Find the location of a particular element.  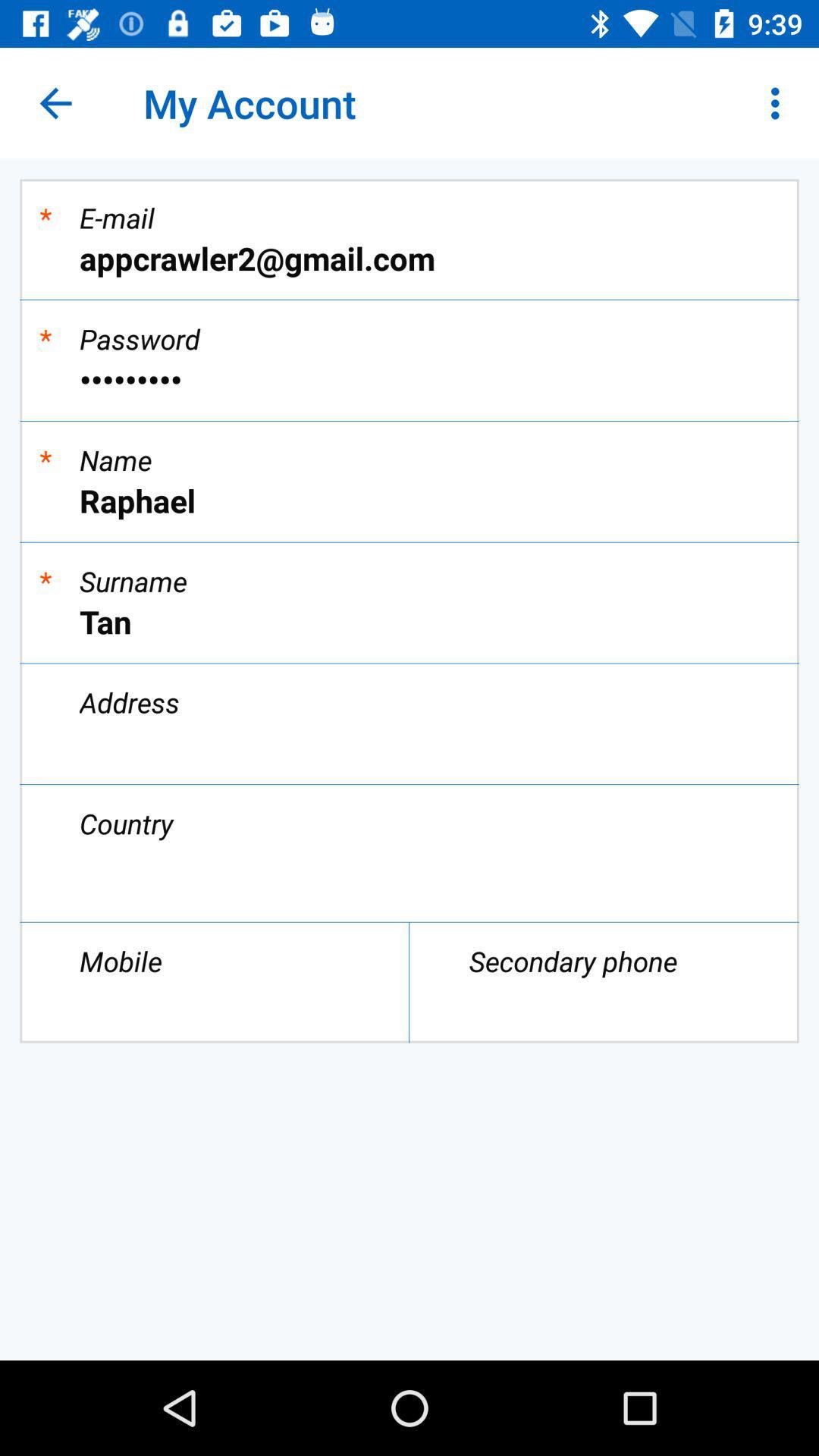

the crowd3116 is located at coordinates (409, 379).